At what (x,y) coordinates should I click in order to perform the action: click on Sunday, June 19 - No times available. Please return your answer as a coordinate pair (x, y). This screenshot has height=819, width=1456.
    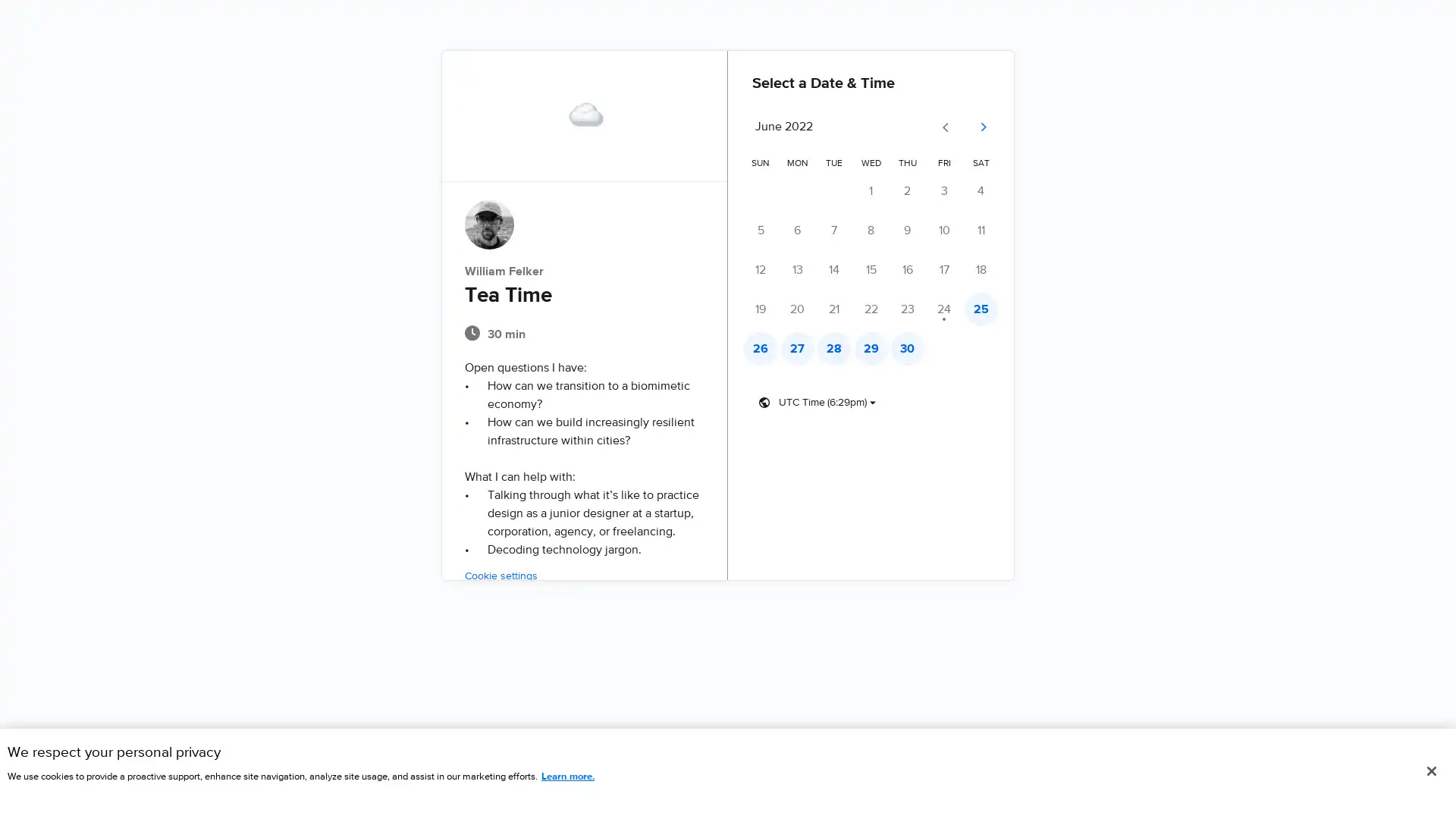
    Looking at the image, I should click on (761, 309).